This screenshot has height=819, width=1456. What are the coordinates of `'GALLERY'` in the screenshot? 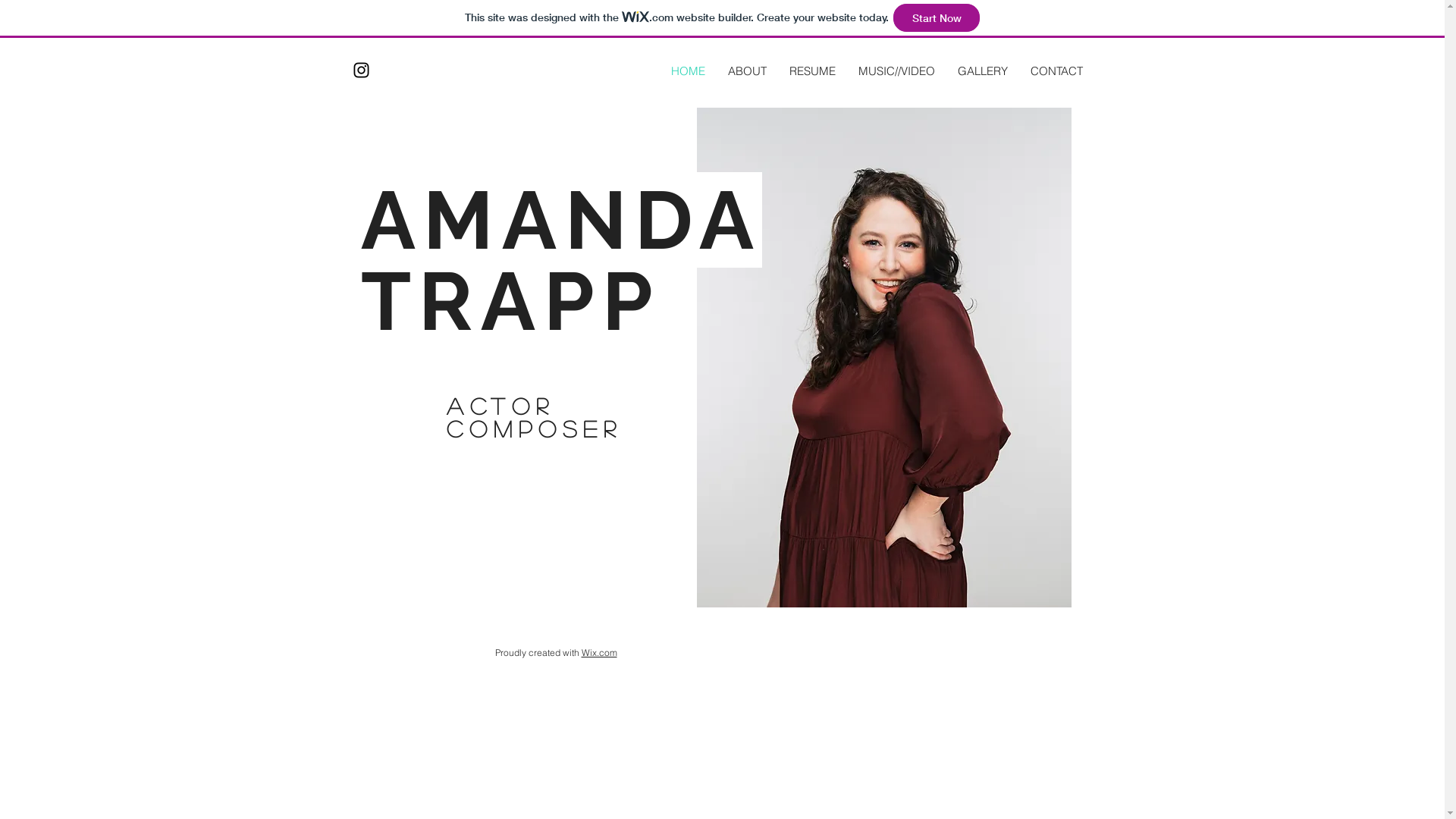 It's located at (946, 71).